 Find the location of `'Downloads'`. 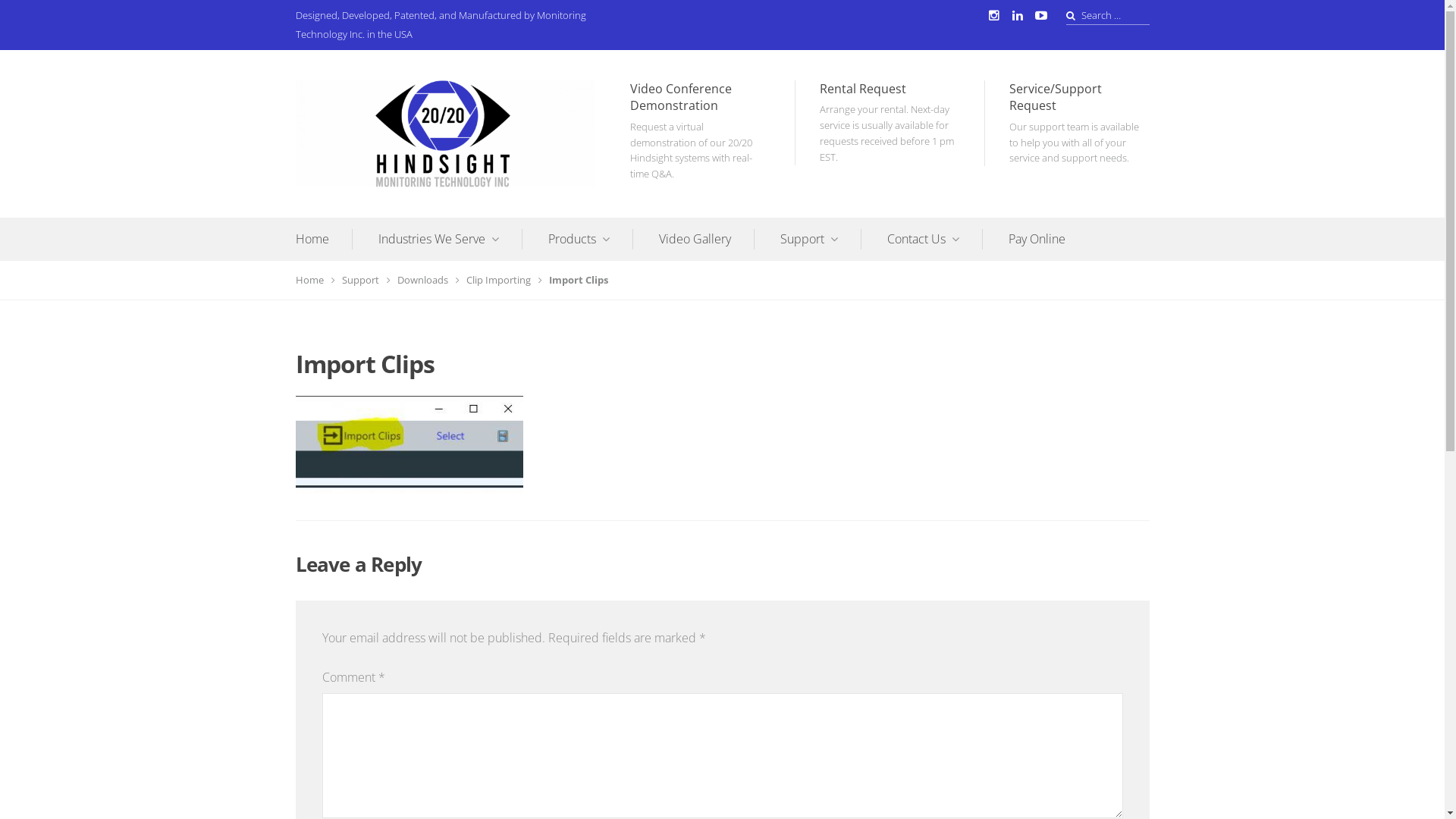

'Downloads' is located at coordinates (428, 280).